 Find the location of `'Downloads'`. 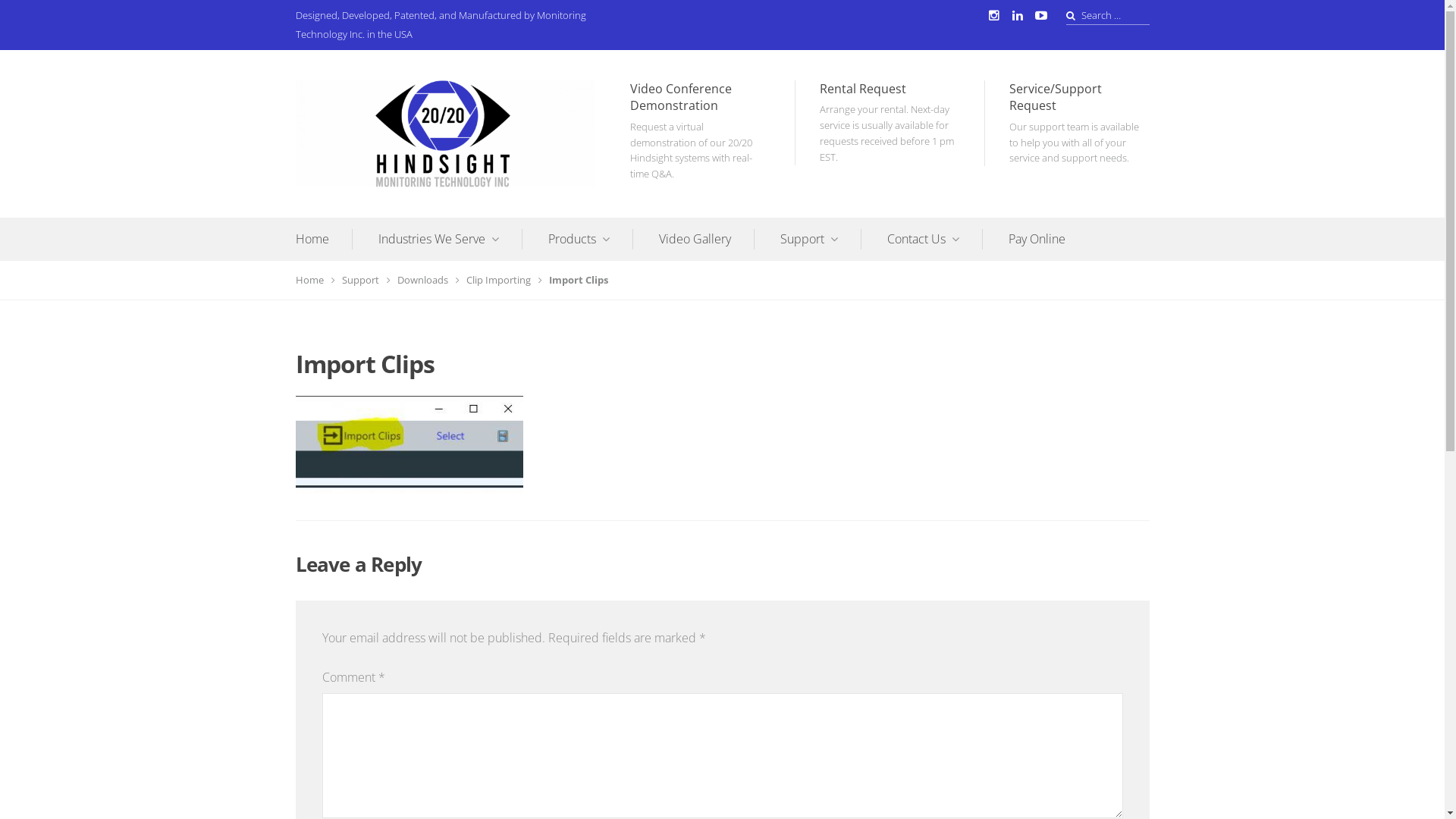

'Downloads' is located at coordinates (428, 280).